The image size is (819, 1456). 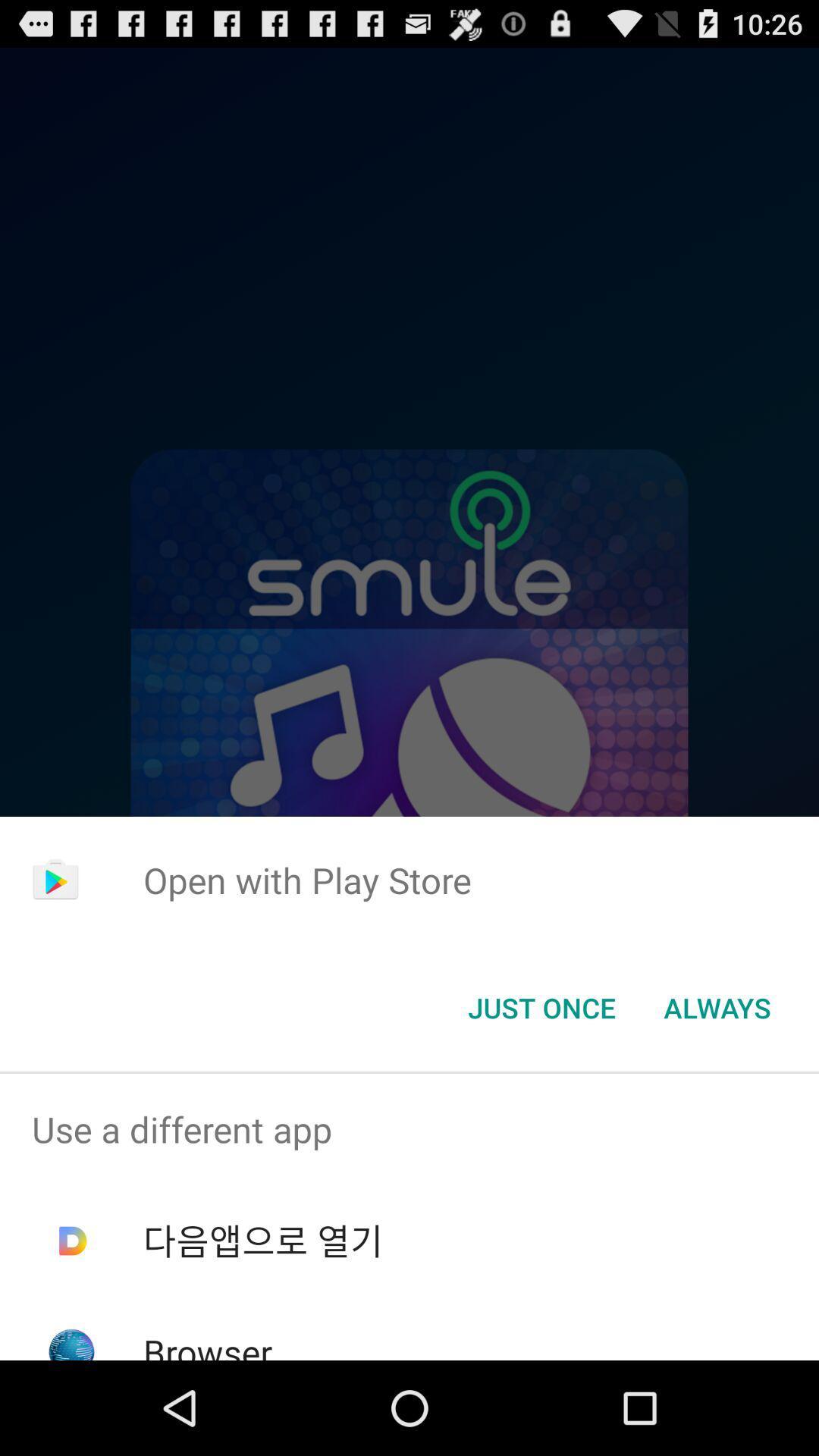 What do you see at coordinates (262, 1241) in the screenshot?
I see `icon above browser app` at bounding box center [262, 1241].